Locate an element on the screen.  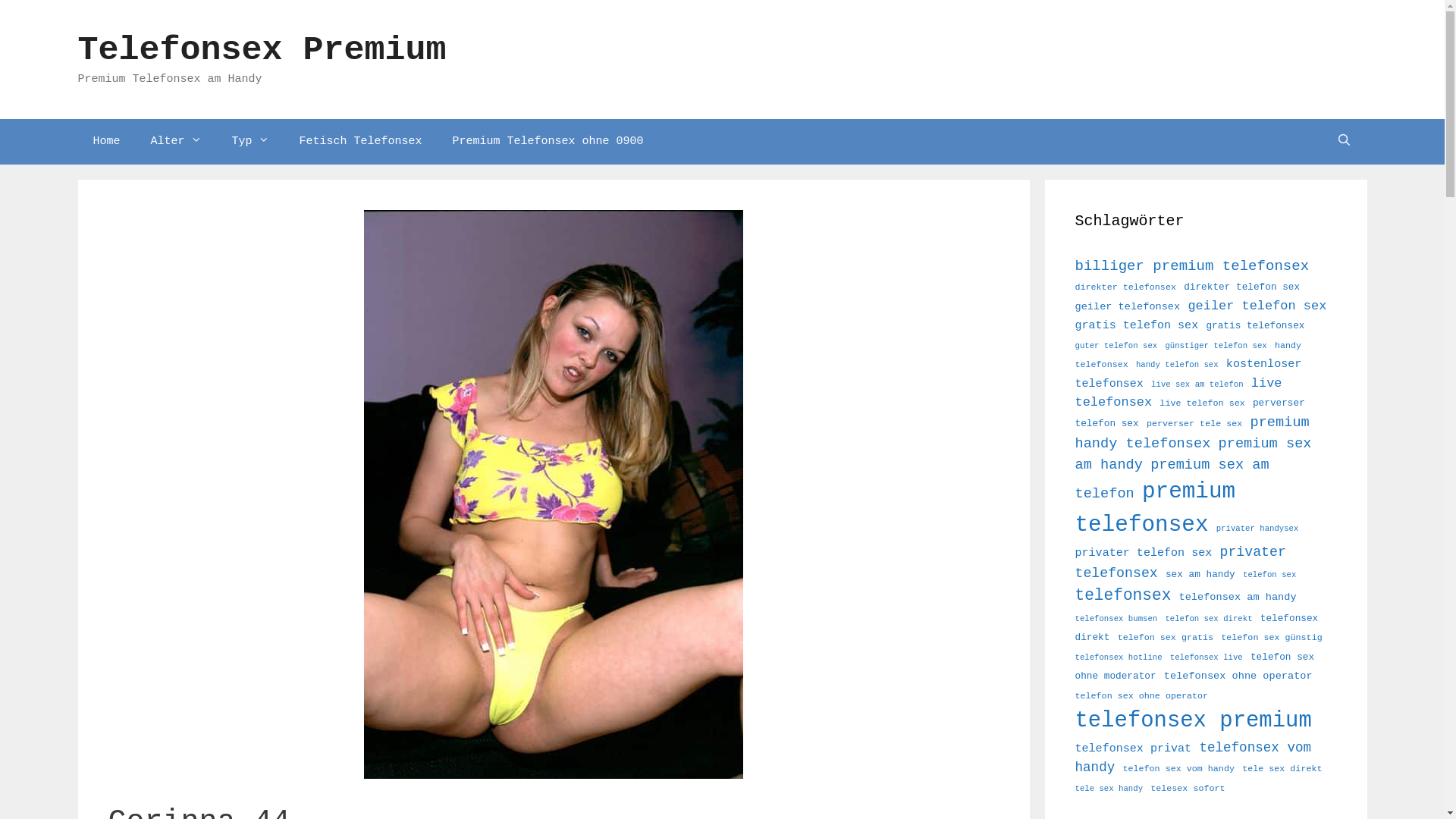
'telesex sofort' is located at coordinates (1186, 788).